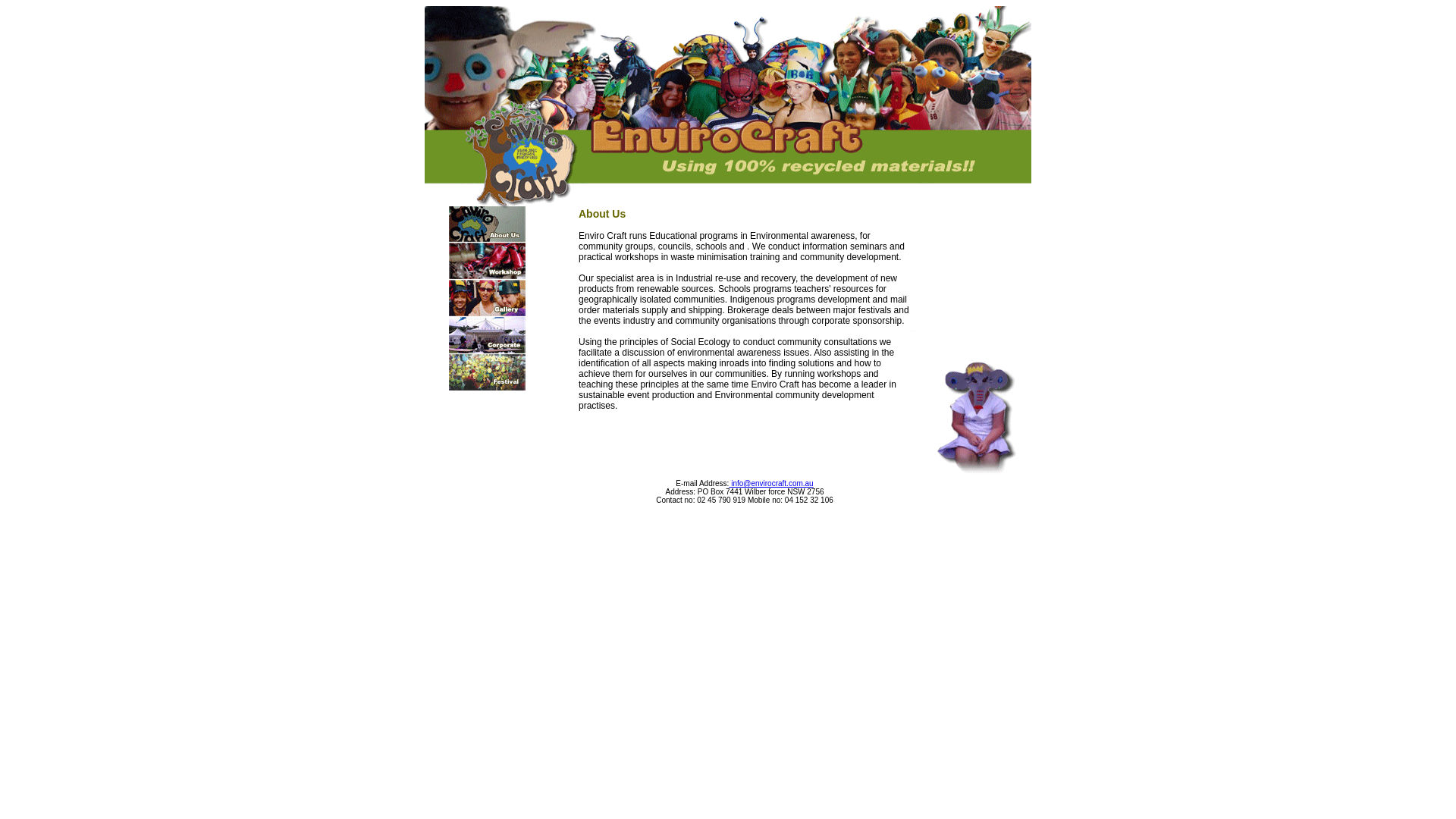 The height and width of the screenshot is (819, 1456). I want to click on 'info@envirocraft.com.au', so click(770, 483).